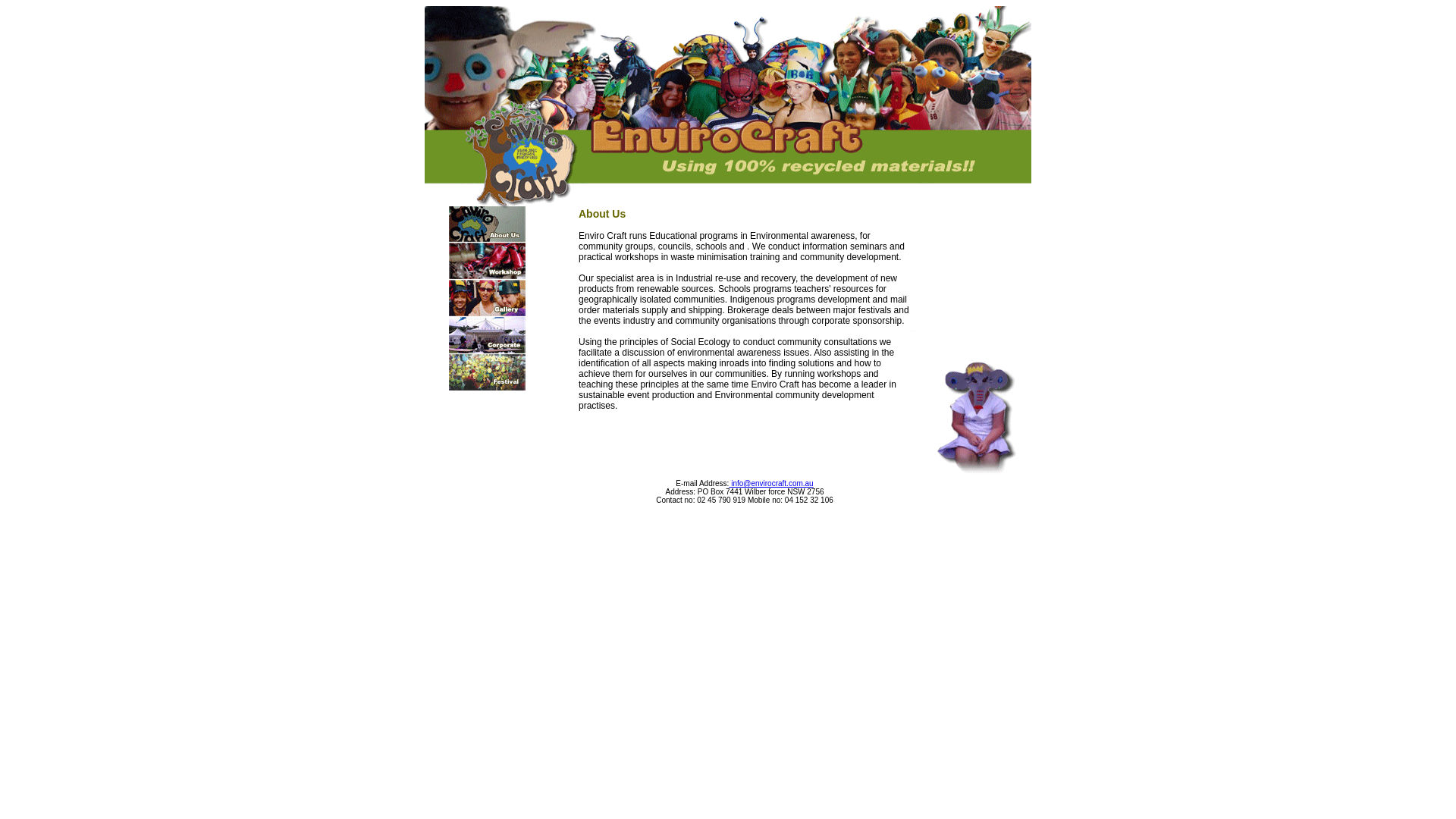 The height and width of the screenshot is (819, 1456). I want to click on 'info@envirocraft.com.au', so click(770, 483).